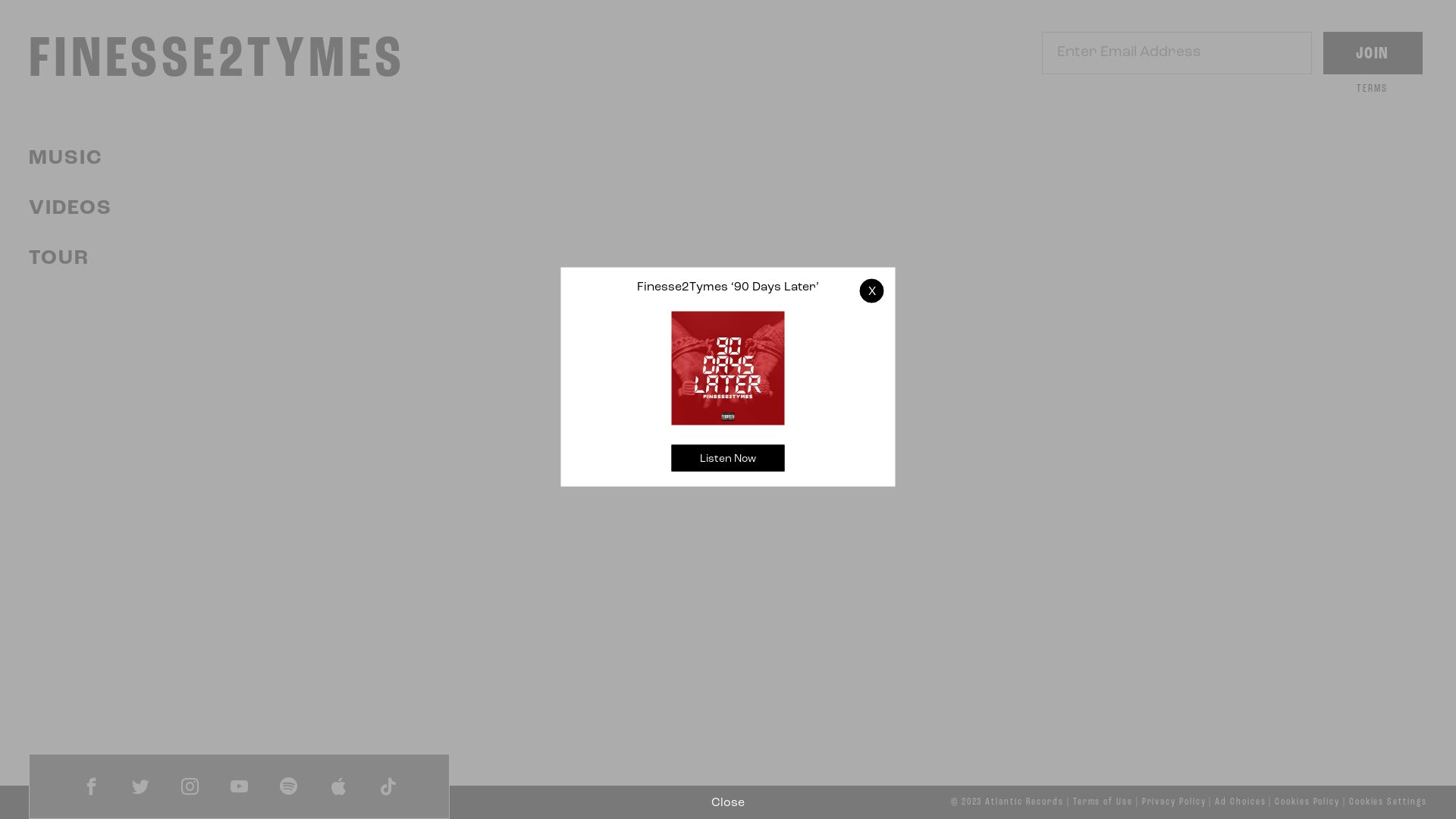  I want to click on 'Terms of Use', so click(1103, 801).